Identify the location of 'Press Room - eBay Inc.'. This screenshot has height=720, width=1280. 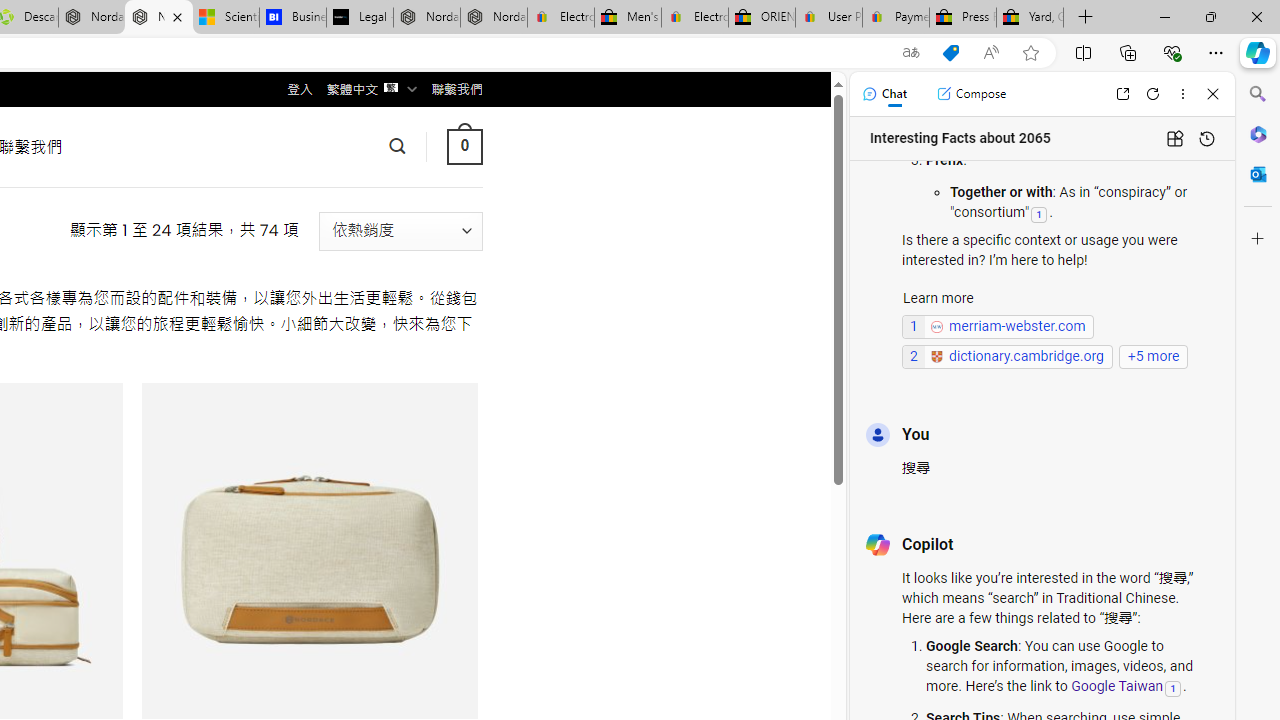
(963, 17).